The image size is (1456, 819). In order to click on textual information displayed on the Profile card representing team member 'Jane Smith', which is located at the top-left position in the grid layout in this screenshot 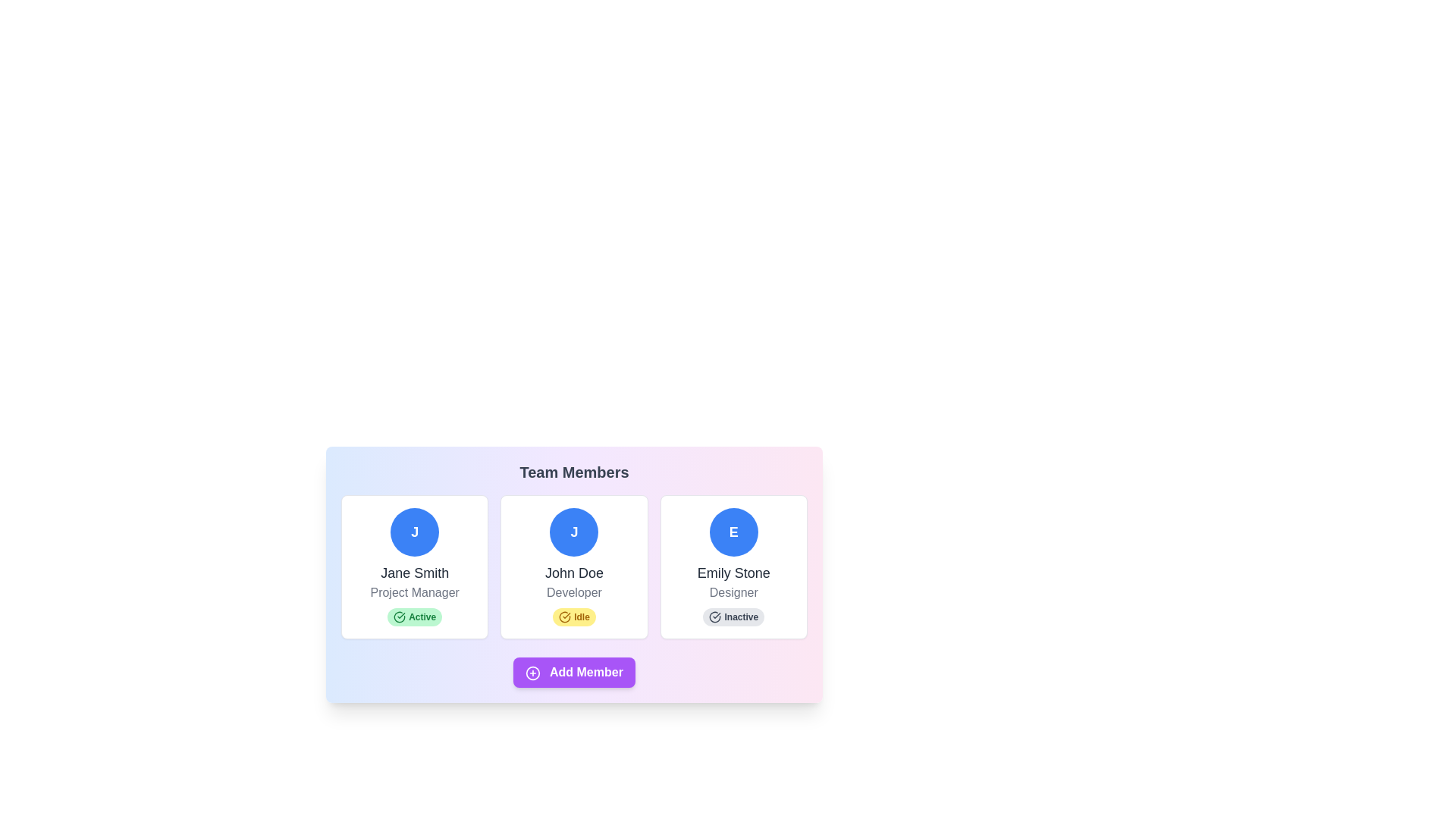, I will do `click(415, 567)`.